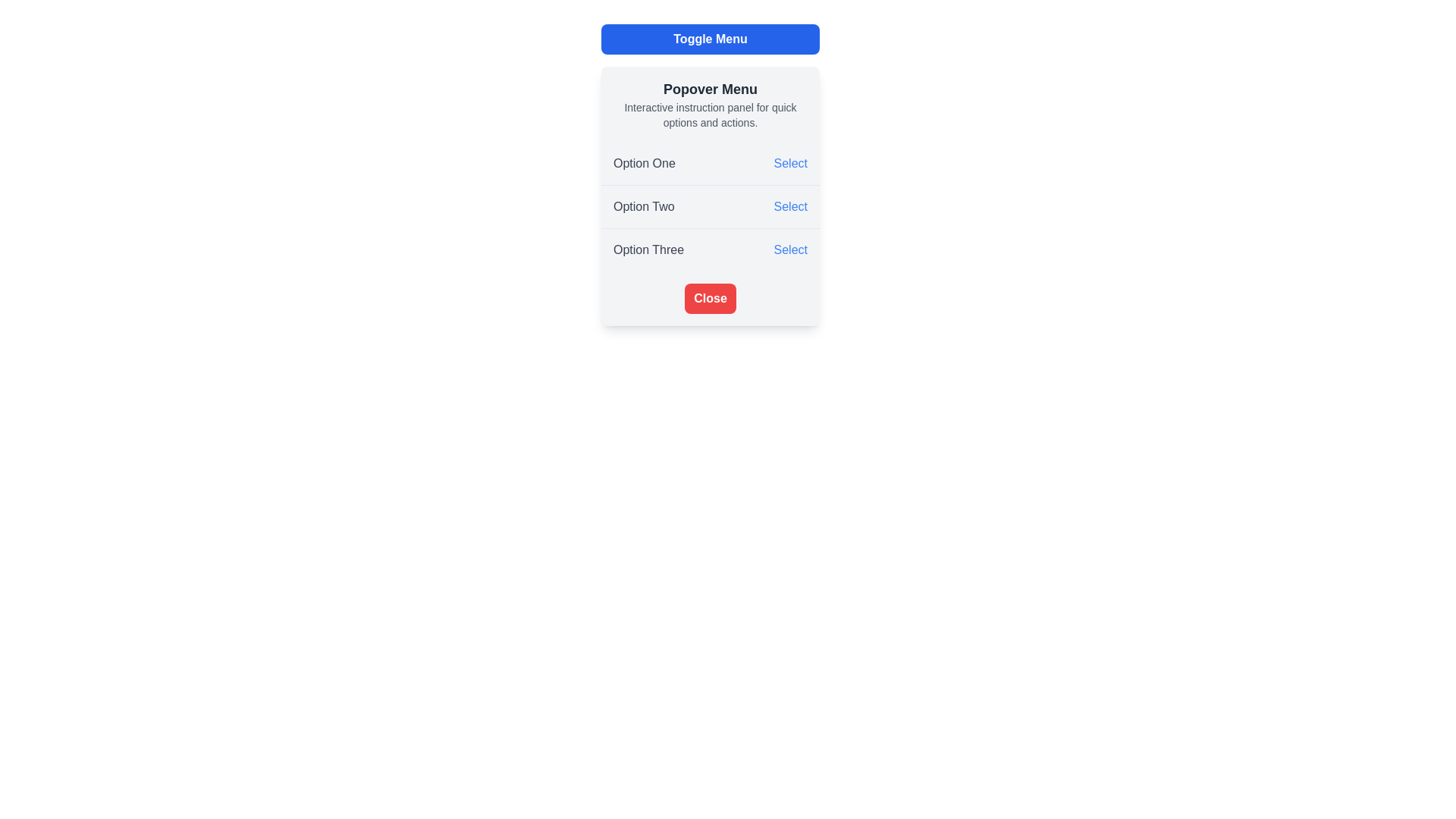 The width and height of the screenshot is (1456, 819). Describe the element at coordinates (644, 207) in the screenshot. I see `the second text label in the vertical list of options inside the popover menu, positioned between 'Option One' and 'Option Three'` at that location.